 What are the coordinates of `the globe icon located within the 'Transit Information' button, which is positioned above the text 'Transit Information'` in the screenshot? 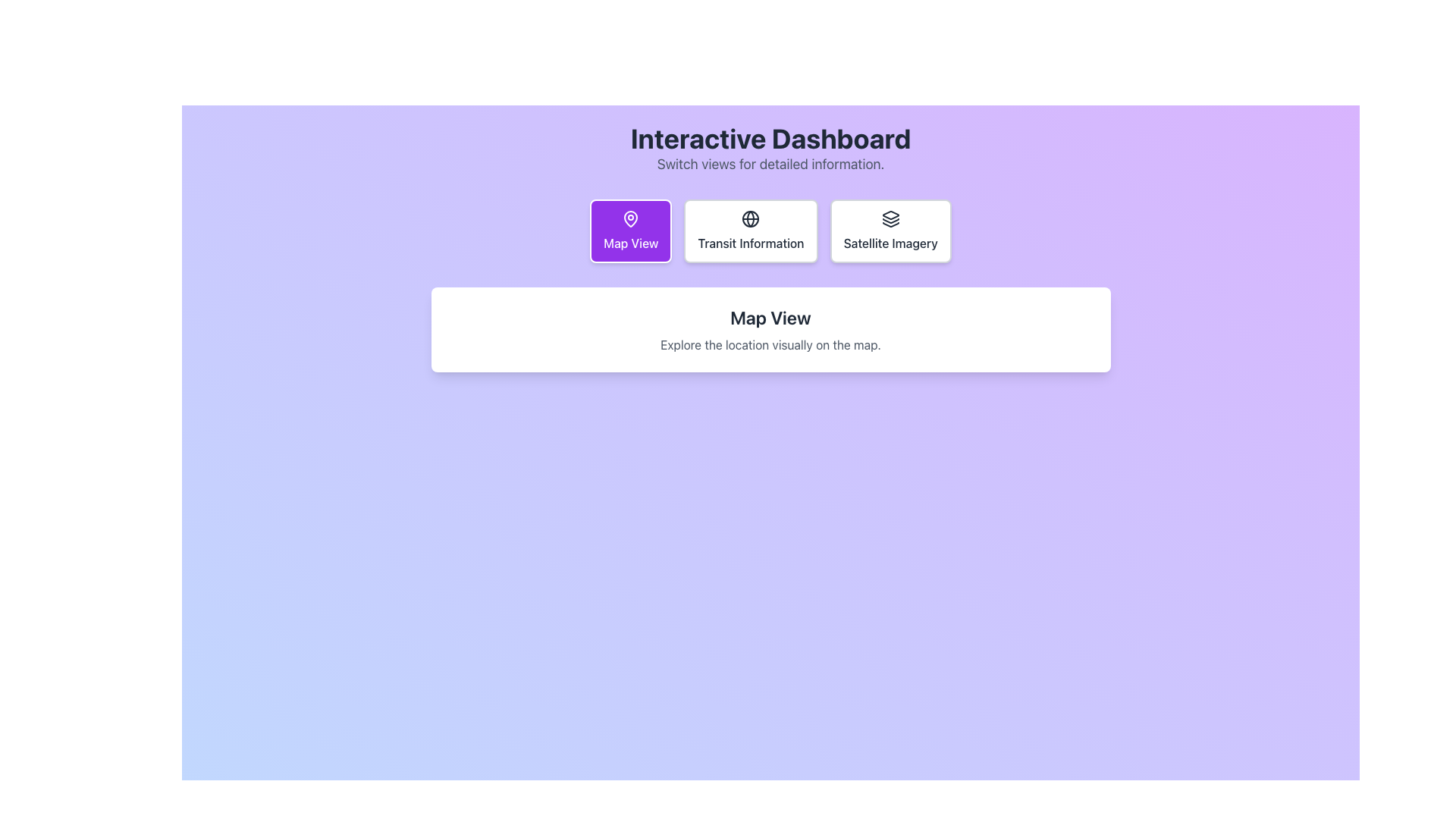 It's located at (751, 219).